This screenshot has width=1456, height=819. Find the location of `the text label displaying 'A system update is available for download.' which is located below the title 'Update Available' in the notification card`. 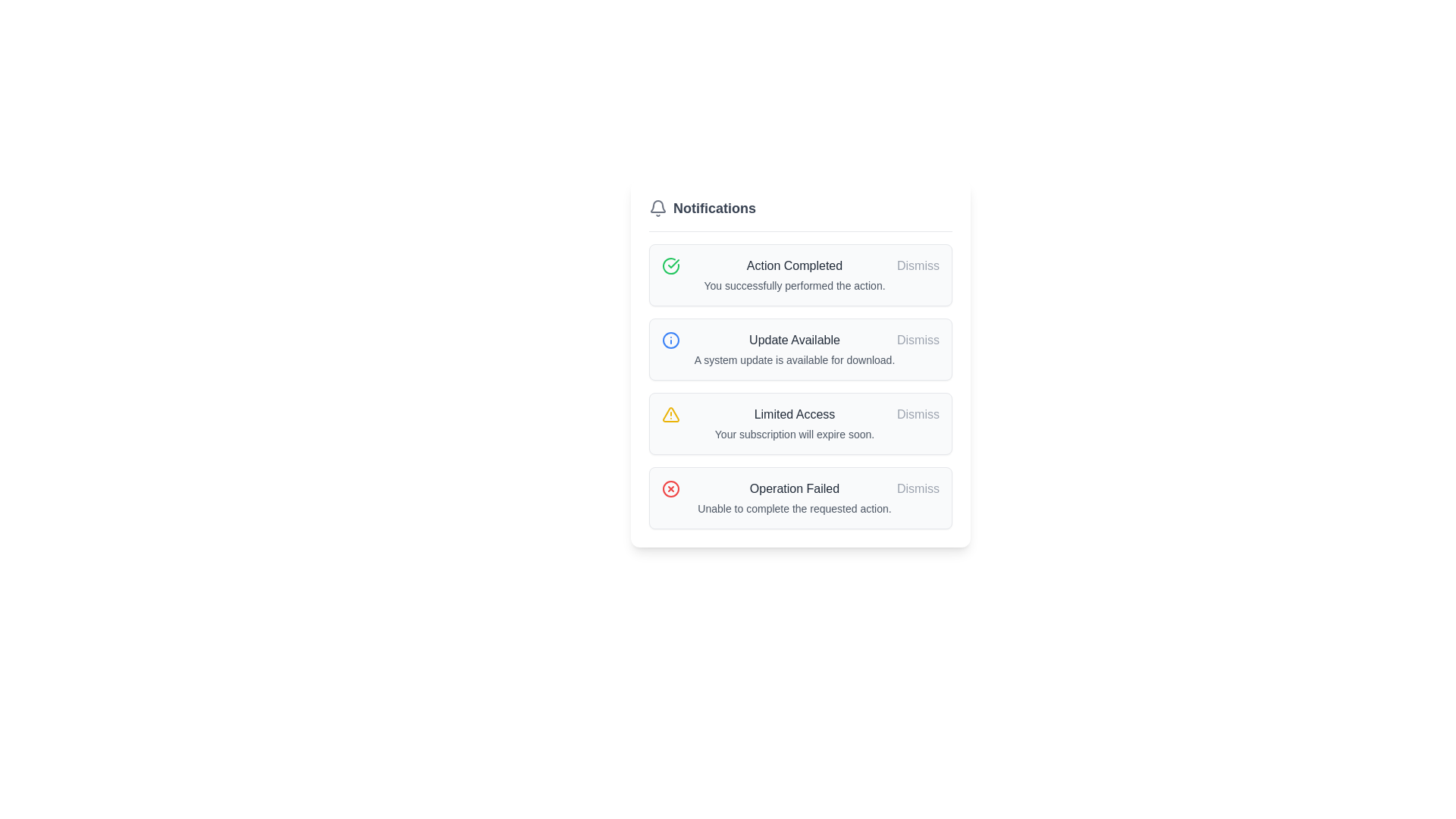

the text label displaying 'A system update is available for download.' which is located below the title 'Update Available' in the notification card is located at coordinates (793, 359).